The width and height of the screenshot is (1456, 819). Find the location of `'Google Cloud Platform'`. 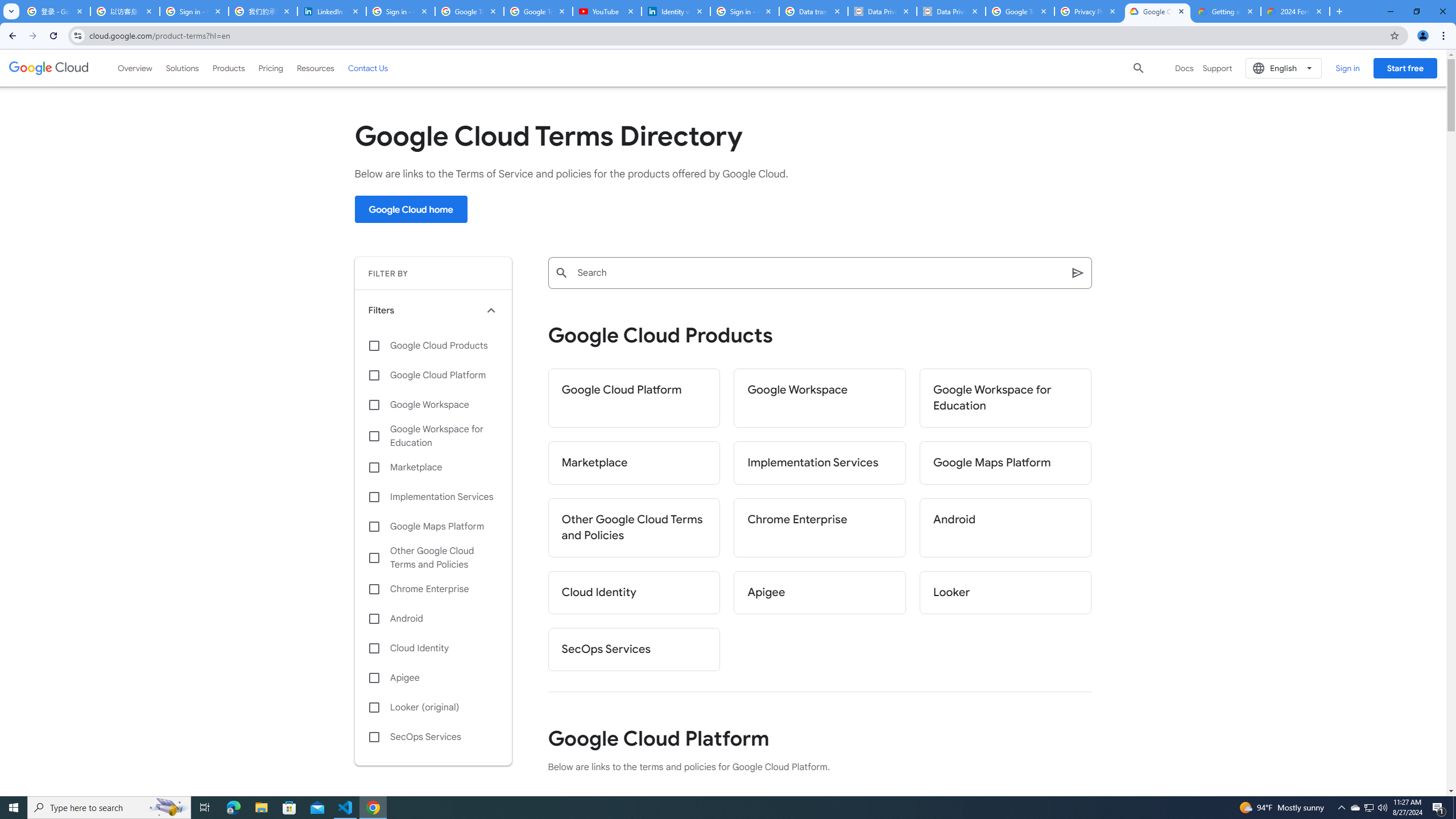

'Google Cloud Platform' is located at coordinates (633, 397).